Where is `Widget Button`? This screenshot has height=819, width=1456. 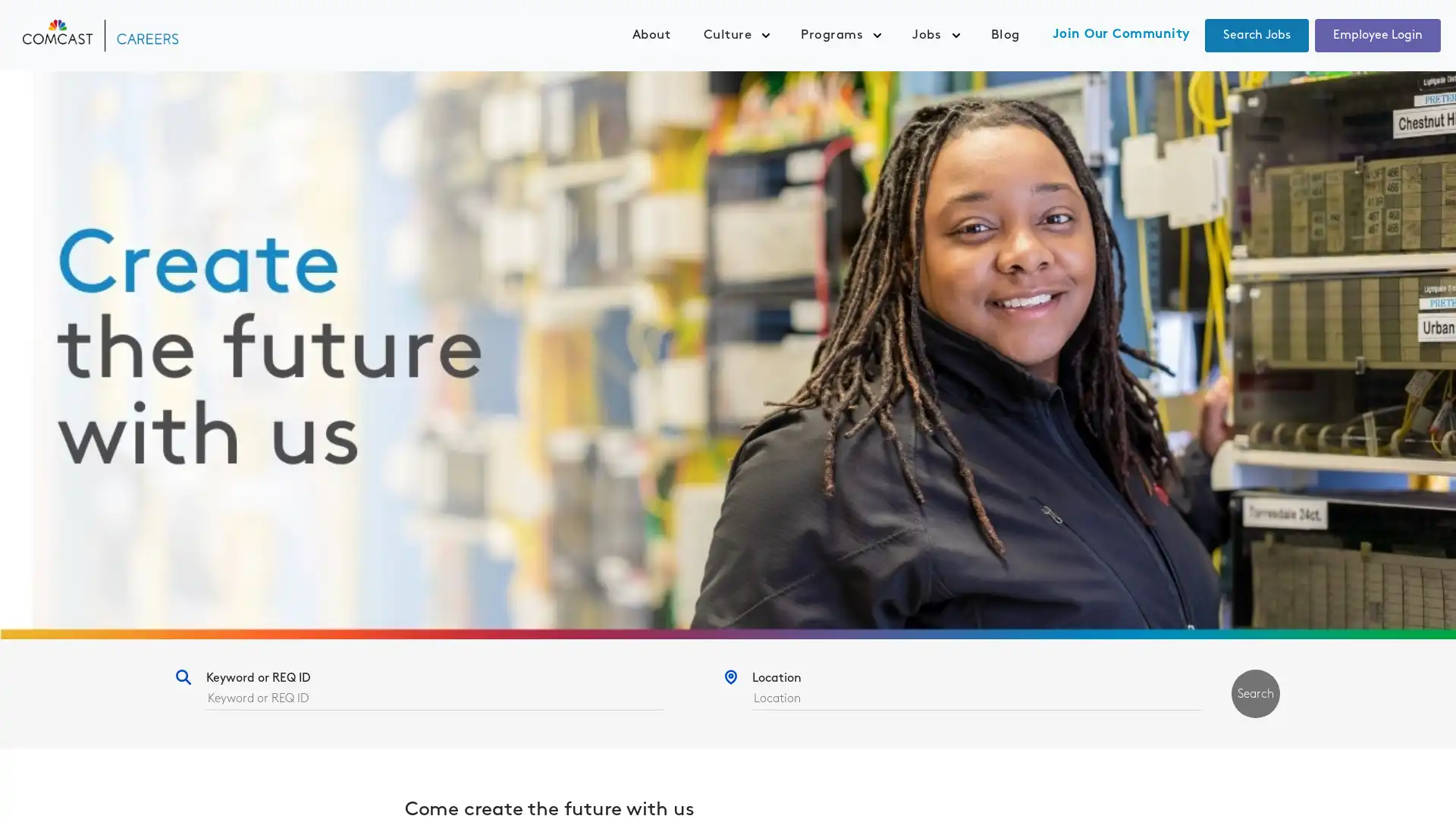 Widget Button is located at coordinates (1423, 786).